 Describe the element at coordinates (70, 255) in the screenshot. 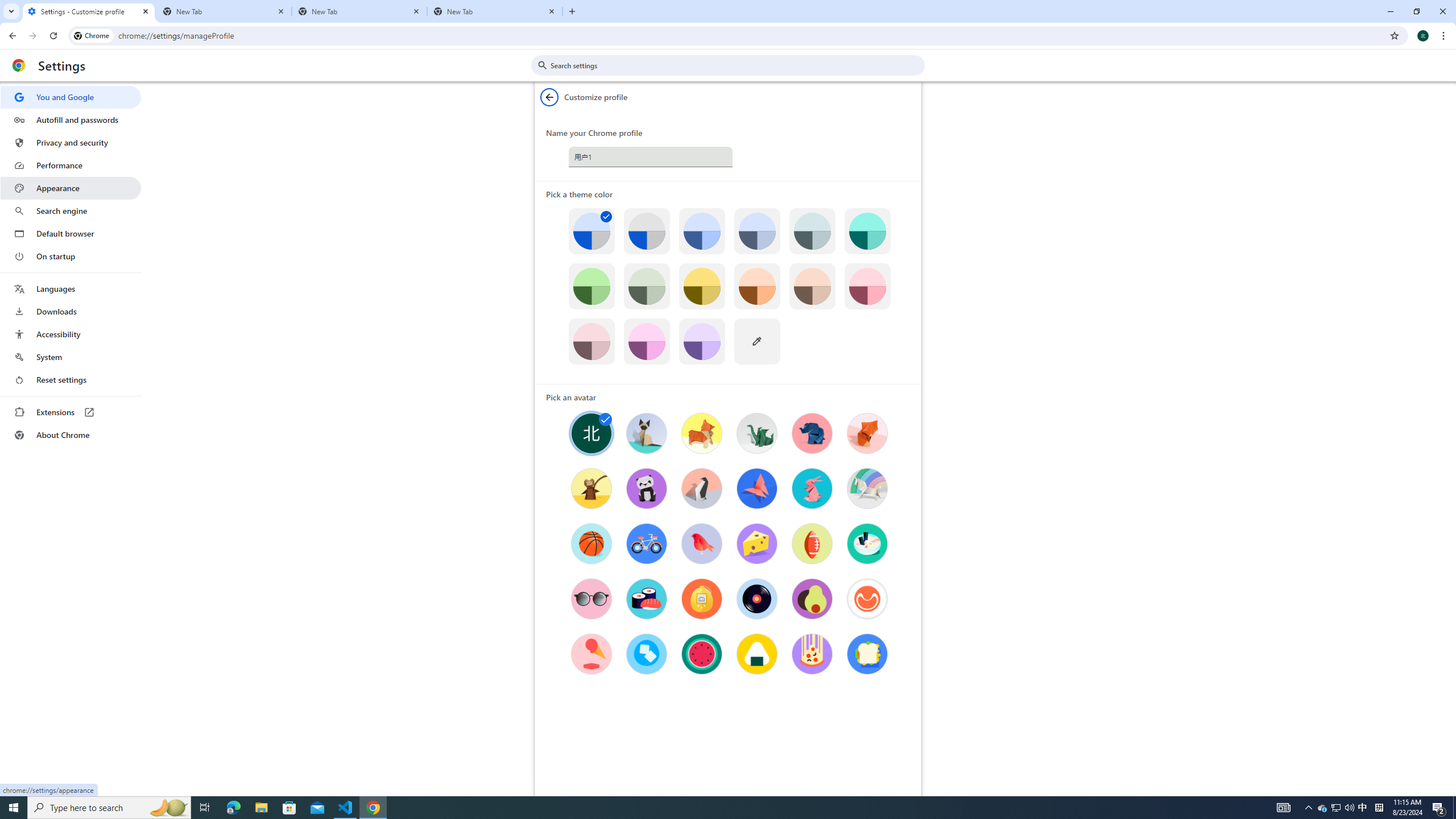

I see `'On startup'` at that location.